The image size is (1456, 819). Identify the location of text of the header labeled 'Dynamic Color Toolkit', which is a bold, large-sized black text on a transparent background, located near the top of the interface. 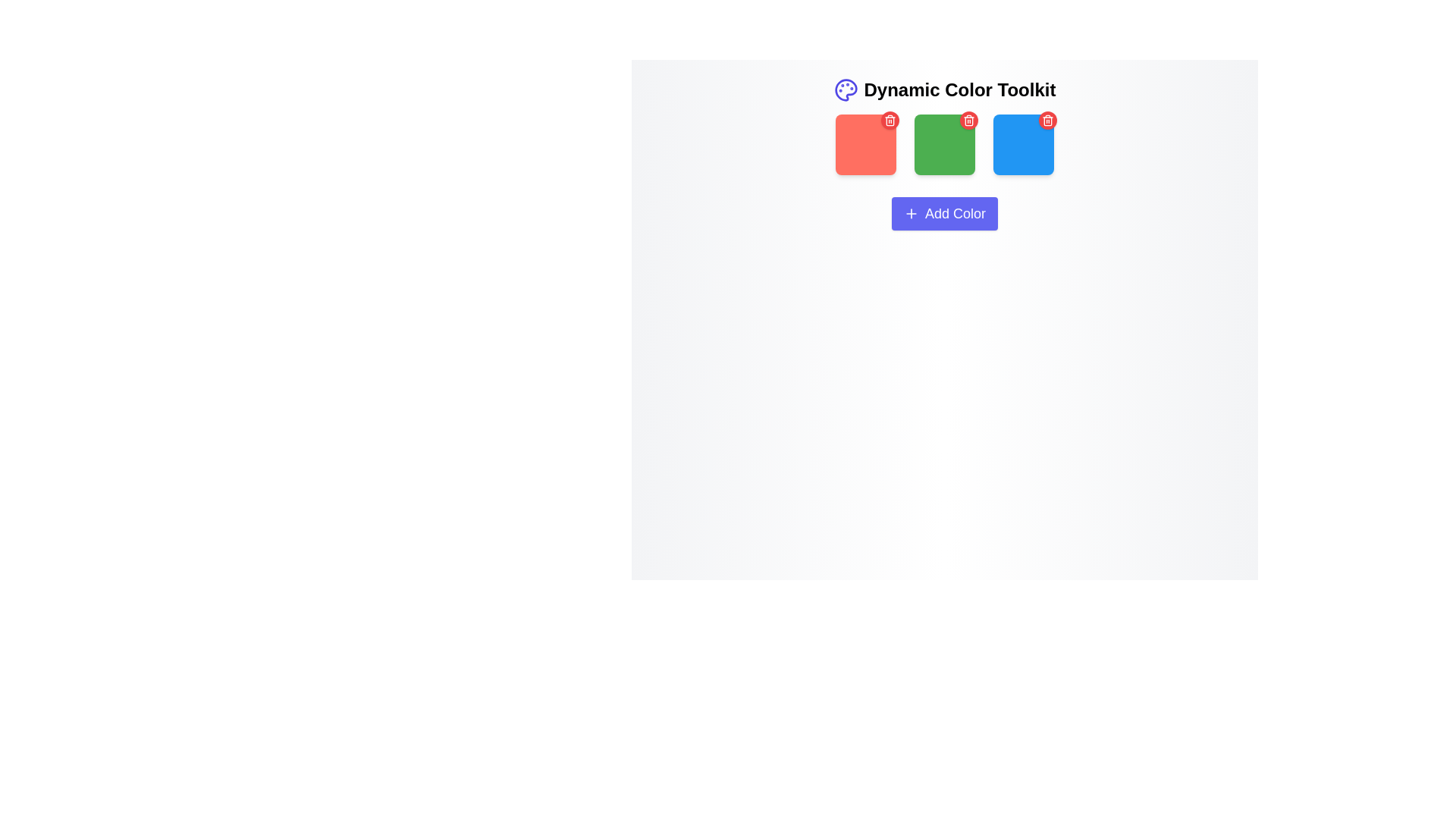
(959, 90).